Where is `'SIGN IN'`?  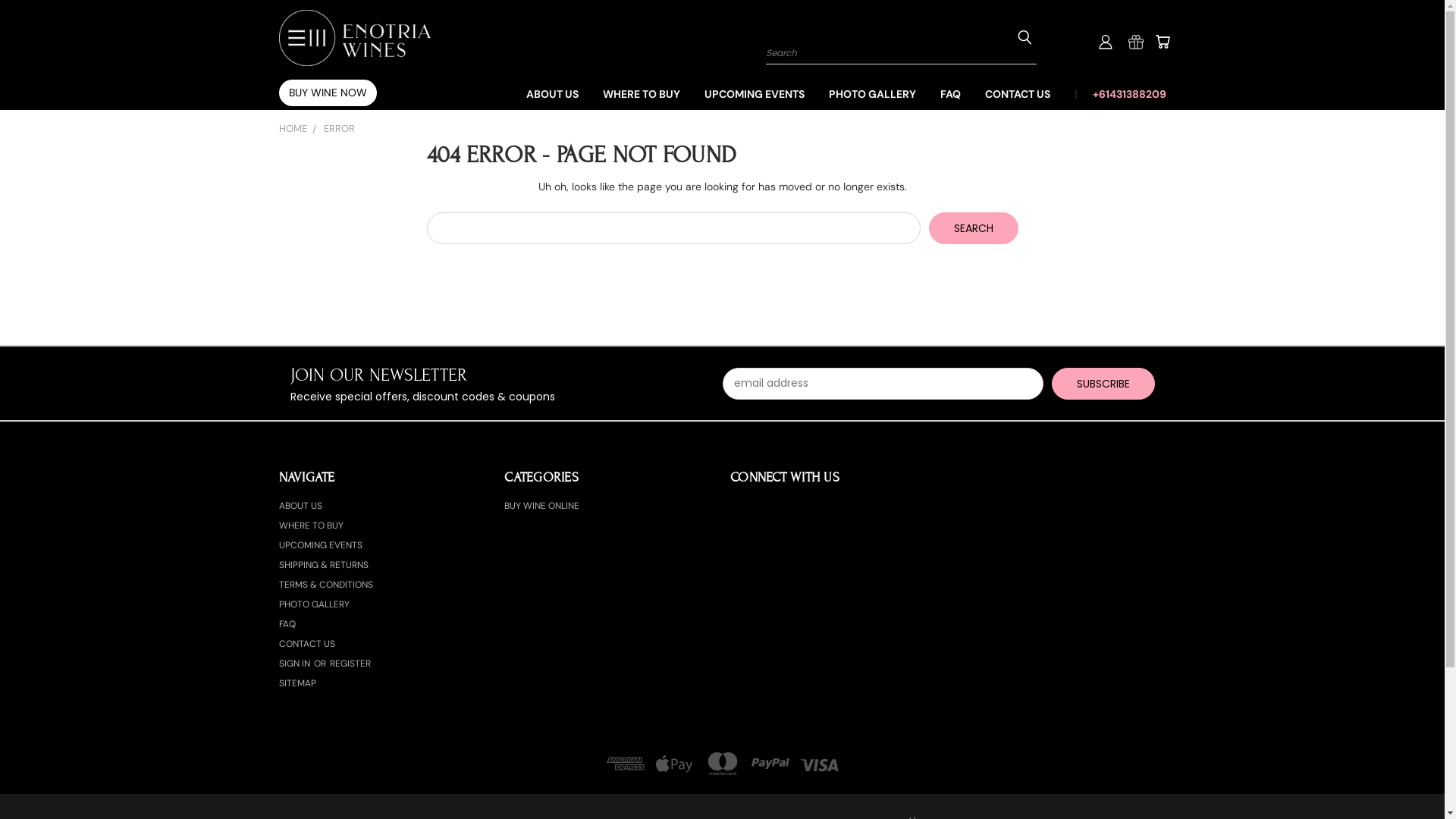
'SIGN IN' is located at coordinates (295, 666).